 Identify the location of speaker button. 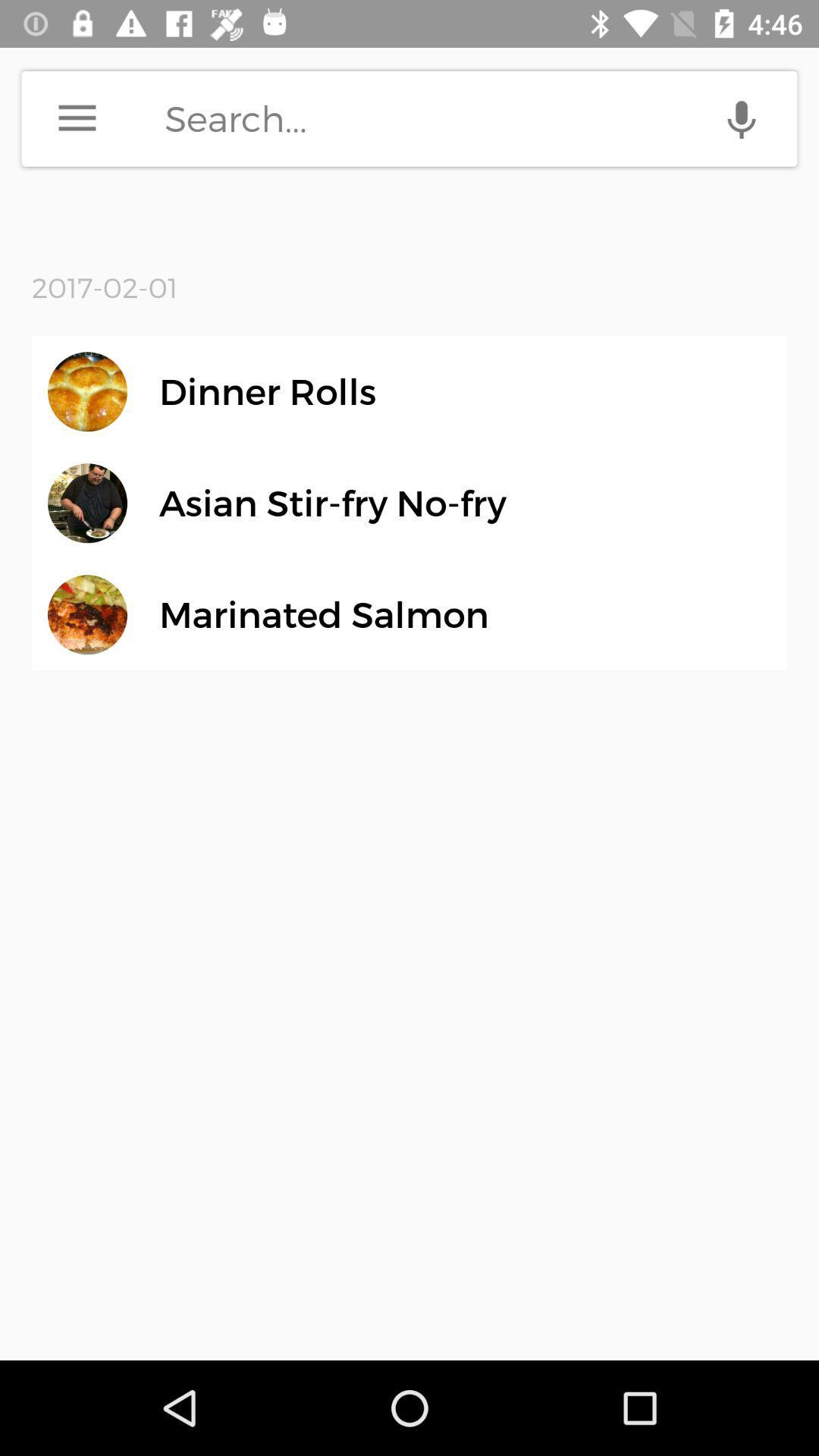
(741, 118).